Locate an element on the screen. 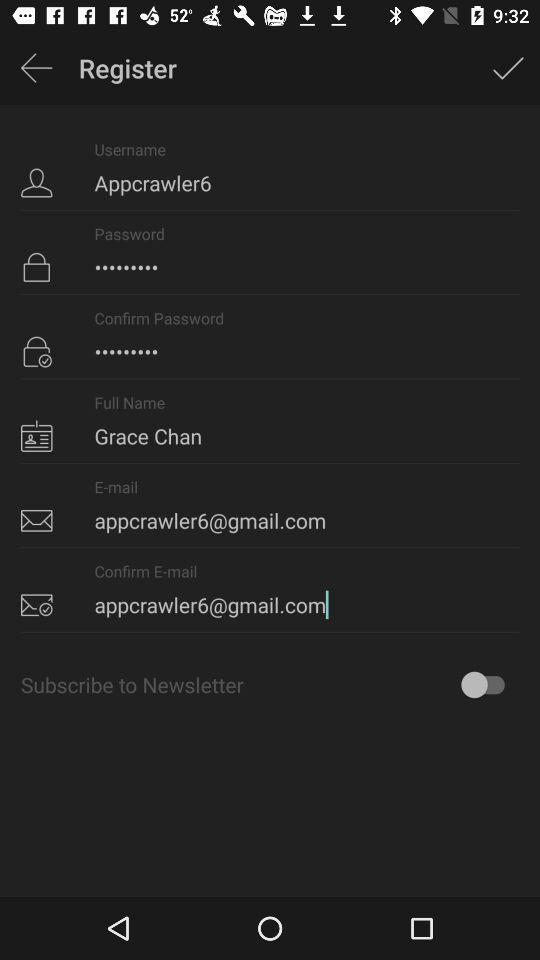 The width and height of the screenshot is (540, 960). grace chan is located at coordinates (270, 421).